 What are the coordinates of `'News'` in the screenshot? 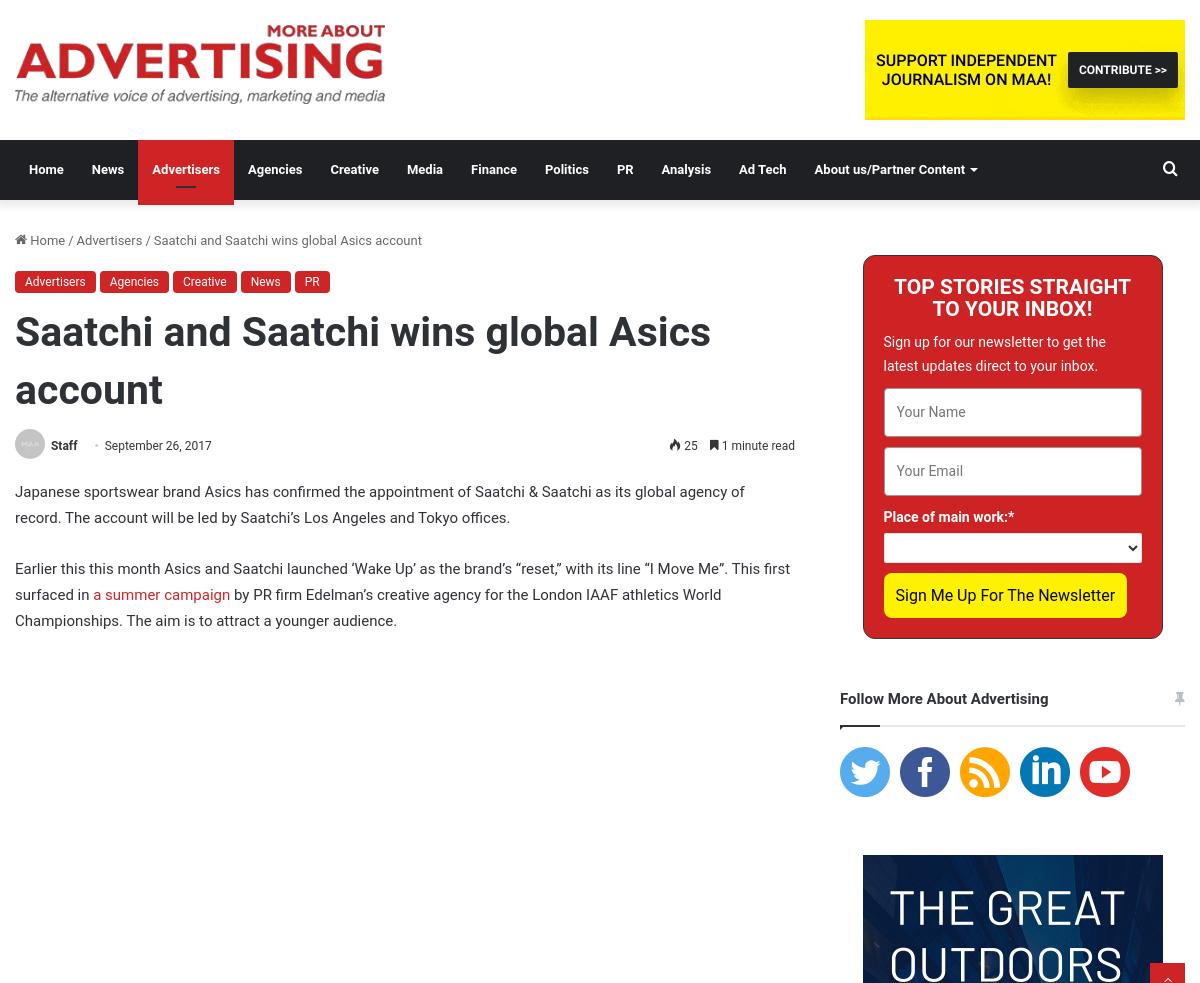 It's located at (263, 282).